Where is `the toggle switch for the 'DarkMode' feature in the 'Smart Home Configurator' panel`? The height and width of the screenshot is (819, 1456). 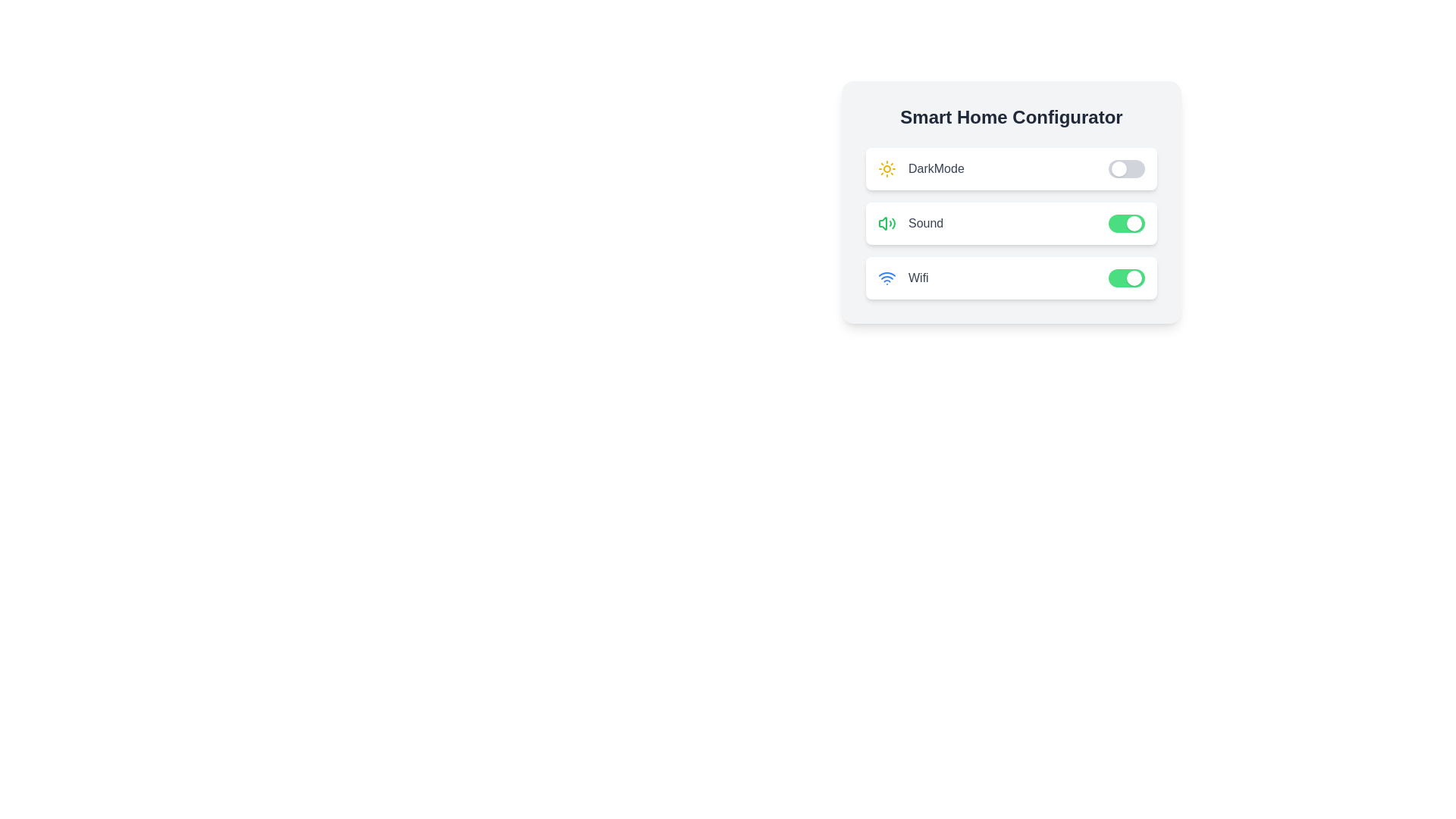 the toggle switch for the 'DarkMode' feature in the 'Smart Home Configurator' panel is located at coordinates (1127, 169).